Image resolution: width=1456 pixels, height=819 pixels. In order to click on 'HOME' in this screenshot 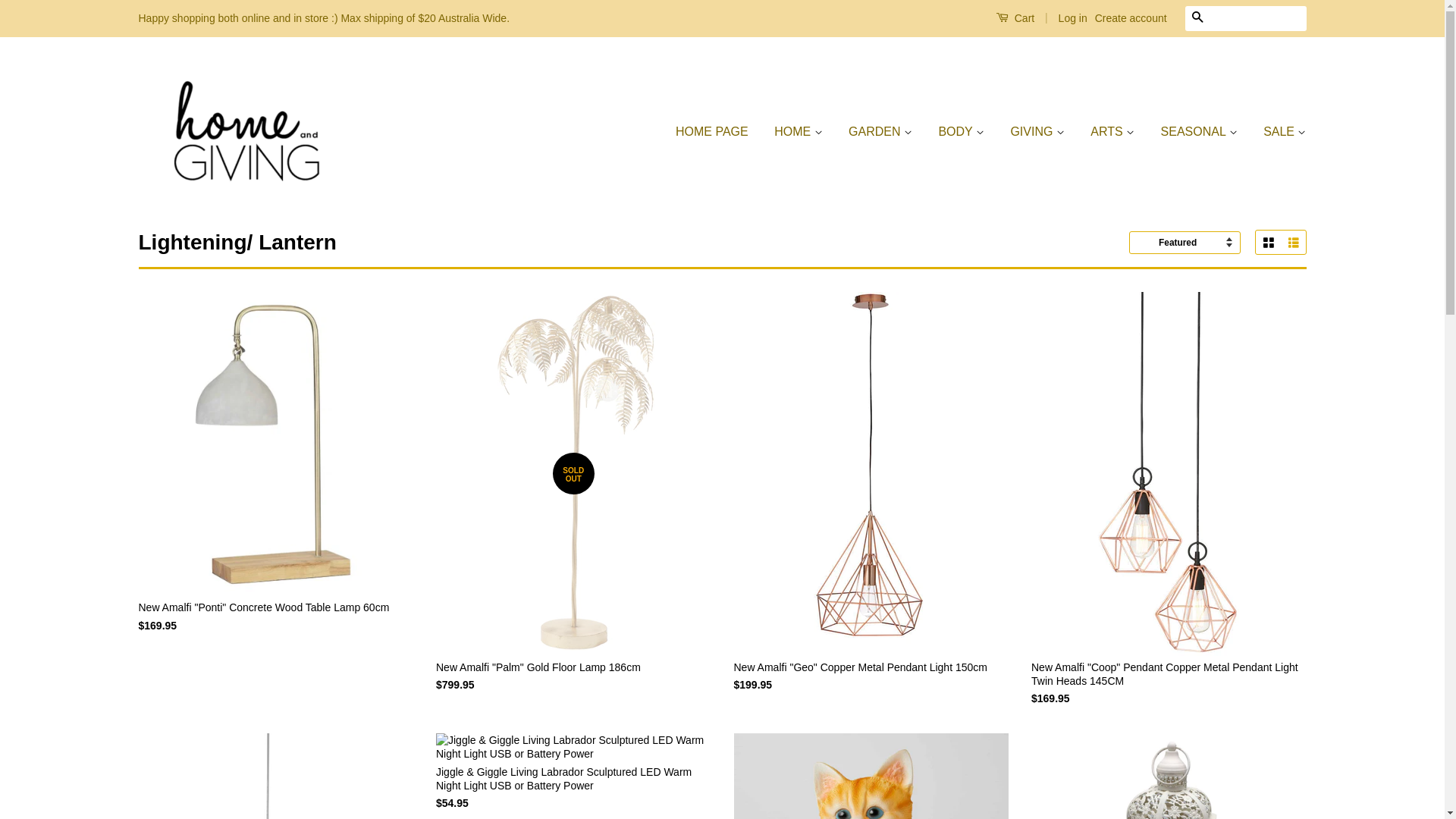, I will do `click(797, 131)`.